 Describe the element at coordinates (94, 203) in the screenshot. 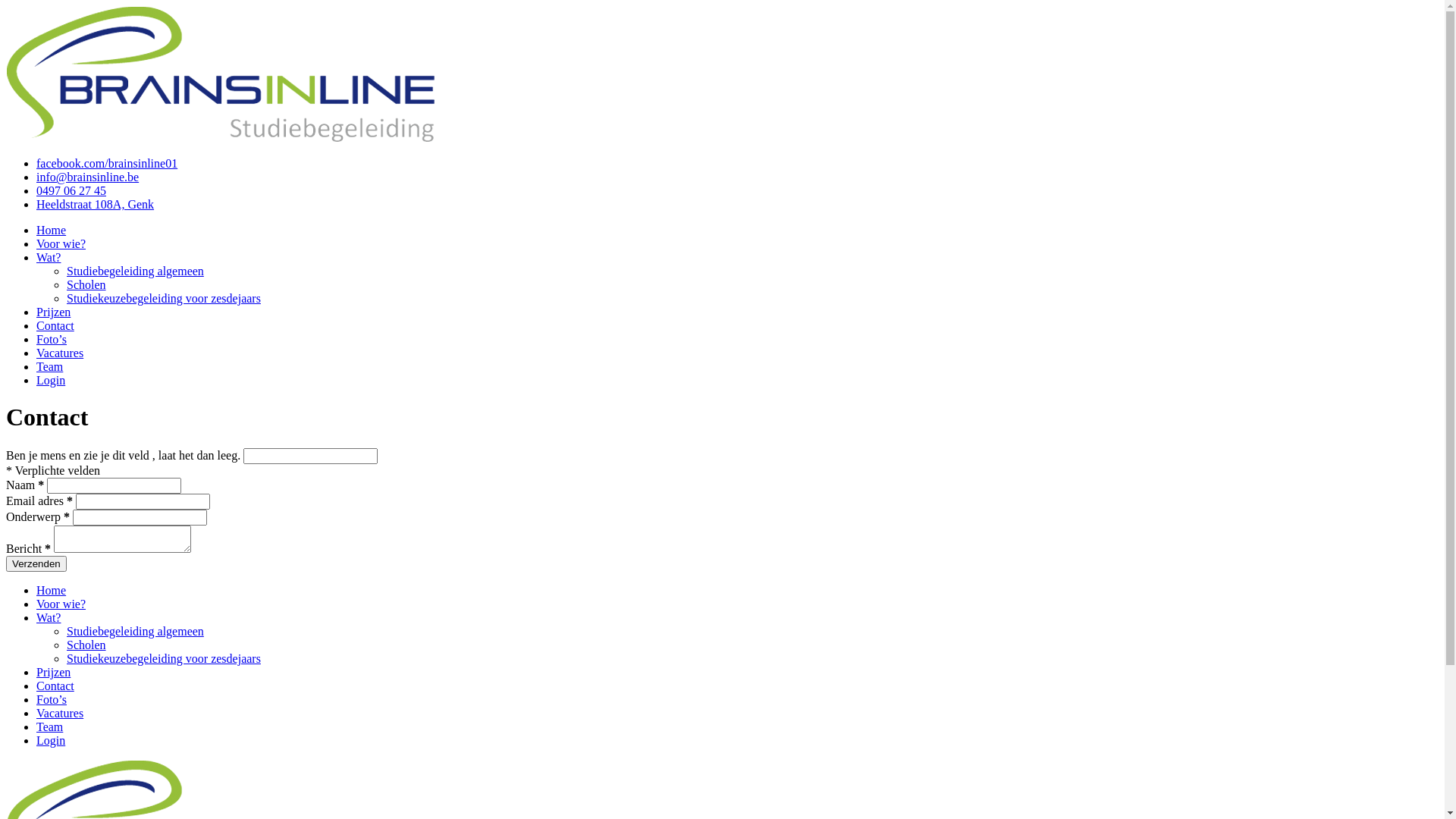

I see `'Heeldstraat 108A, Genk'` at that location.